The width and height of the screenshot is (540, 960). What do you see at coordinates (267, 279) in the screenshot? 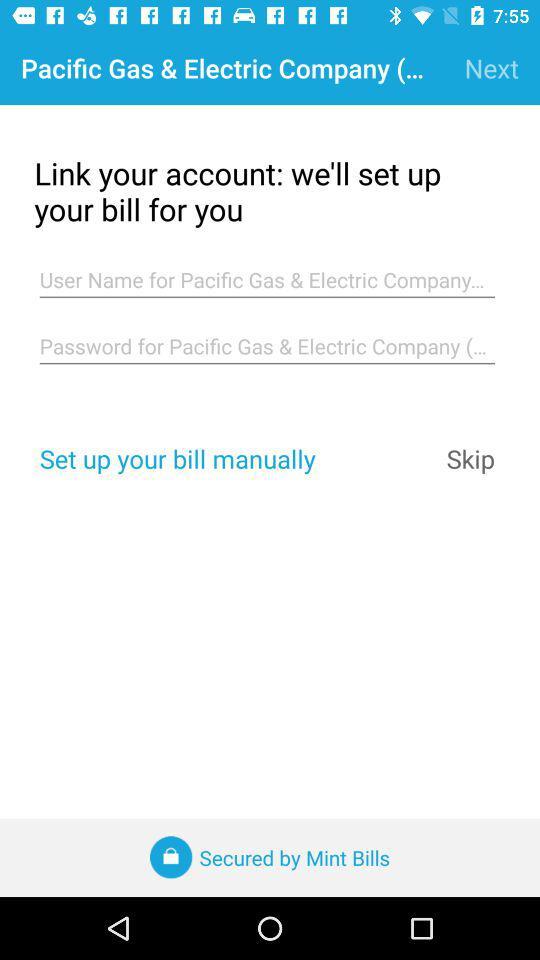
I see `username for login` at bounding box center [267, 279].